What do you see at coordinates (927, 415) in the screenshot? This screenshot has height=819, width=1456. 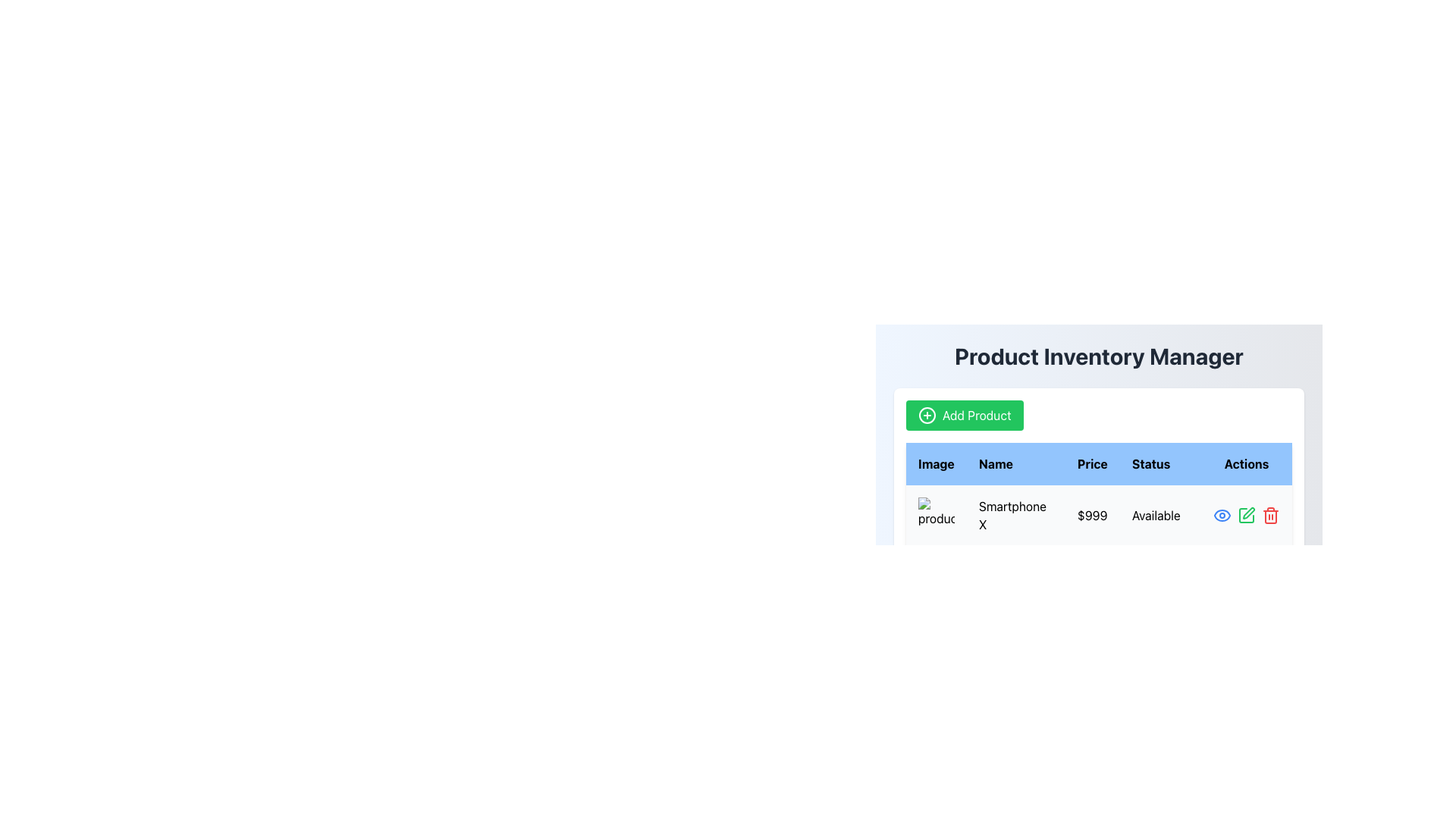 I see `the circular '+' icon with a white symbol on a solid green background, located` at bounding box center [927, 415].